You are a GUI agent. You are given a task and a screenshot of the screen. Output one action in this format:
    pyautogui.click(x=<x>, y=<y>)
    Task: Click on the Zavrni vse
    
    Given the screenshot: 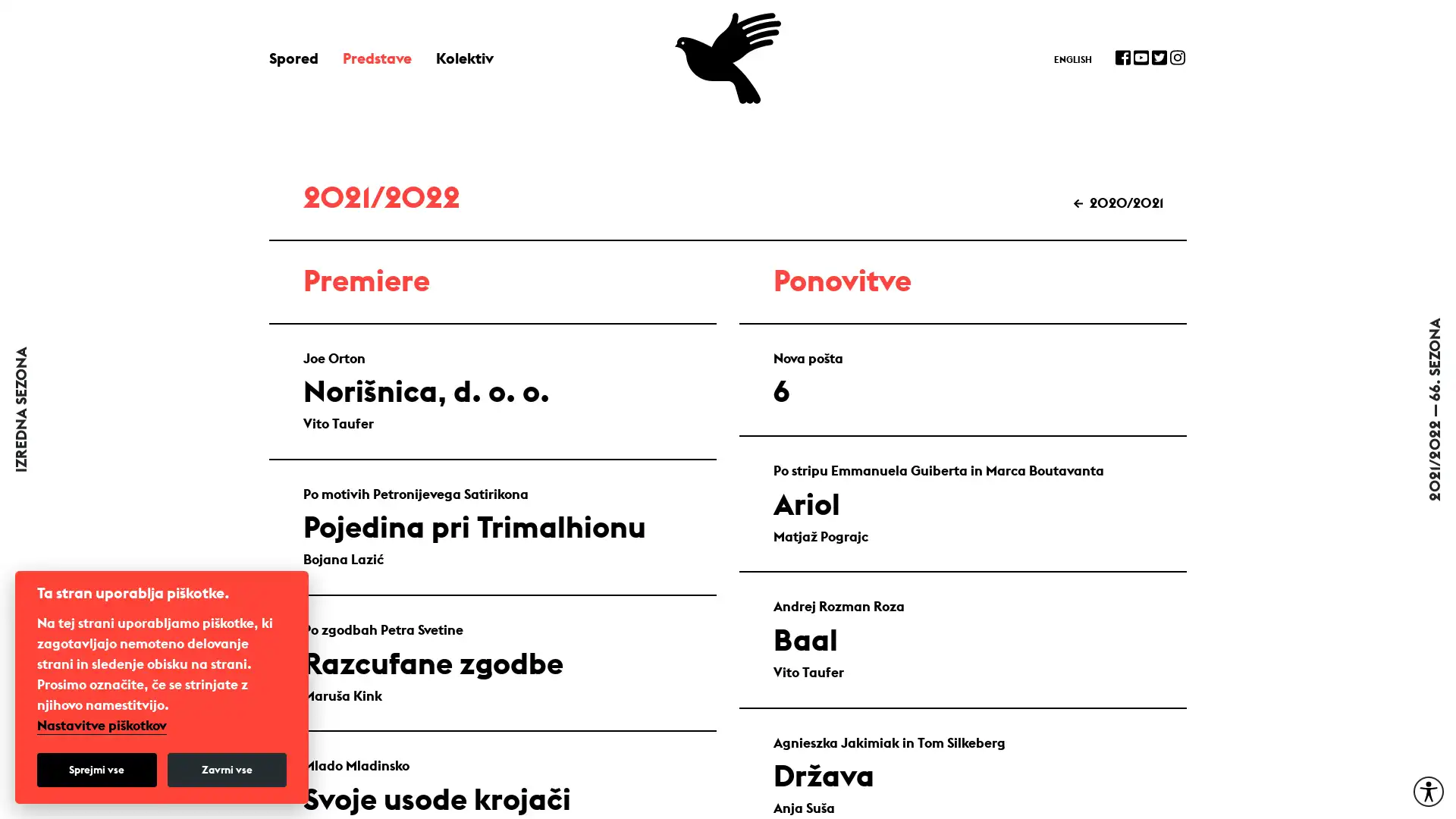 What is the action you would take?
    pyautogui.click(x=225, y=769)
    